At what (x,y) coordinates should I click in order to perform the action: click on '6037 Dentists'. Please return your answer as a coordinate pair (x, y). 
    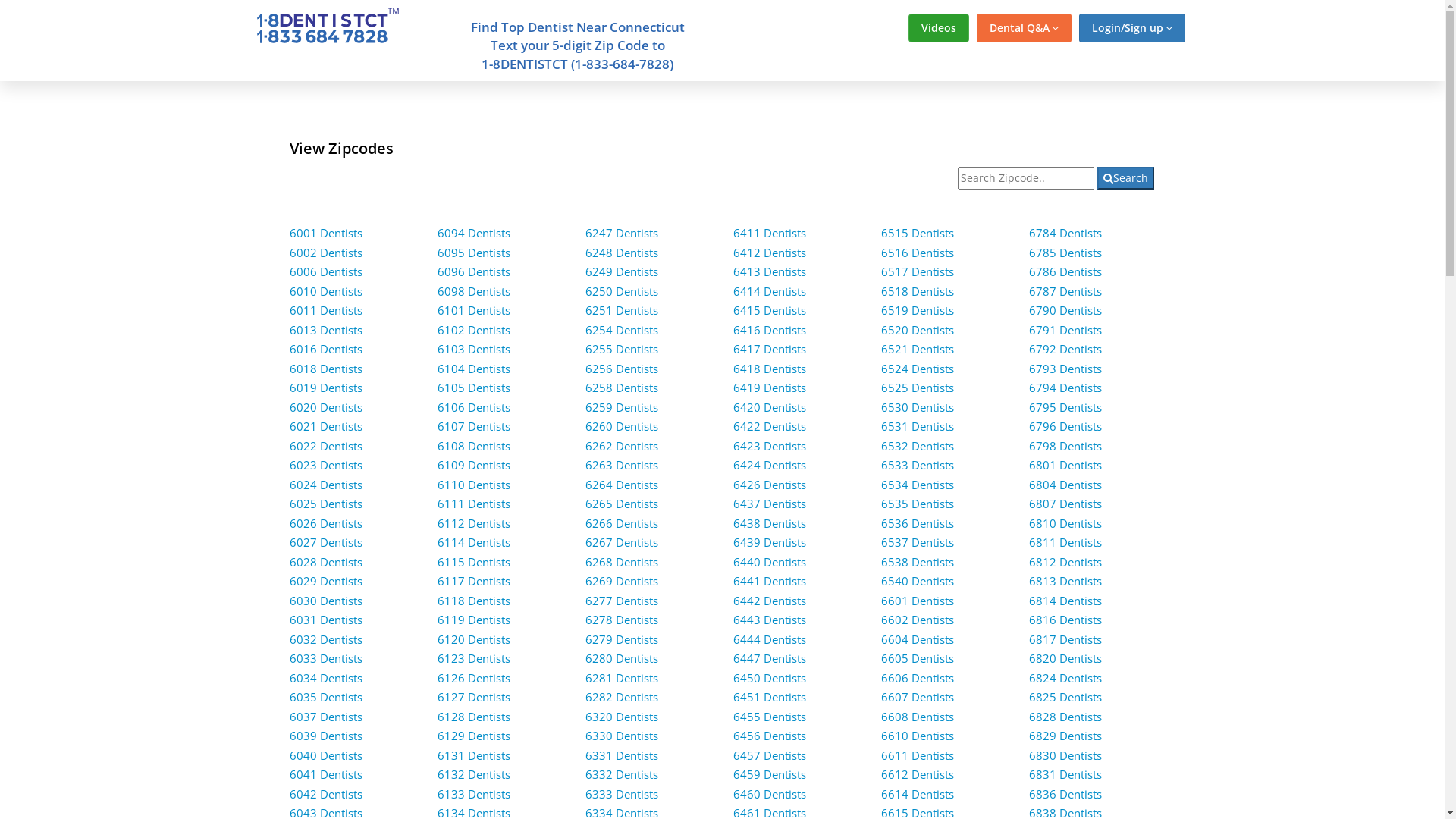
    Looking at the image, I should click on (325, 717).